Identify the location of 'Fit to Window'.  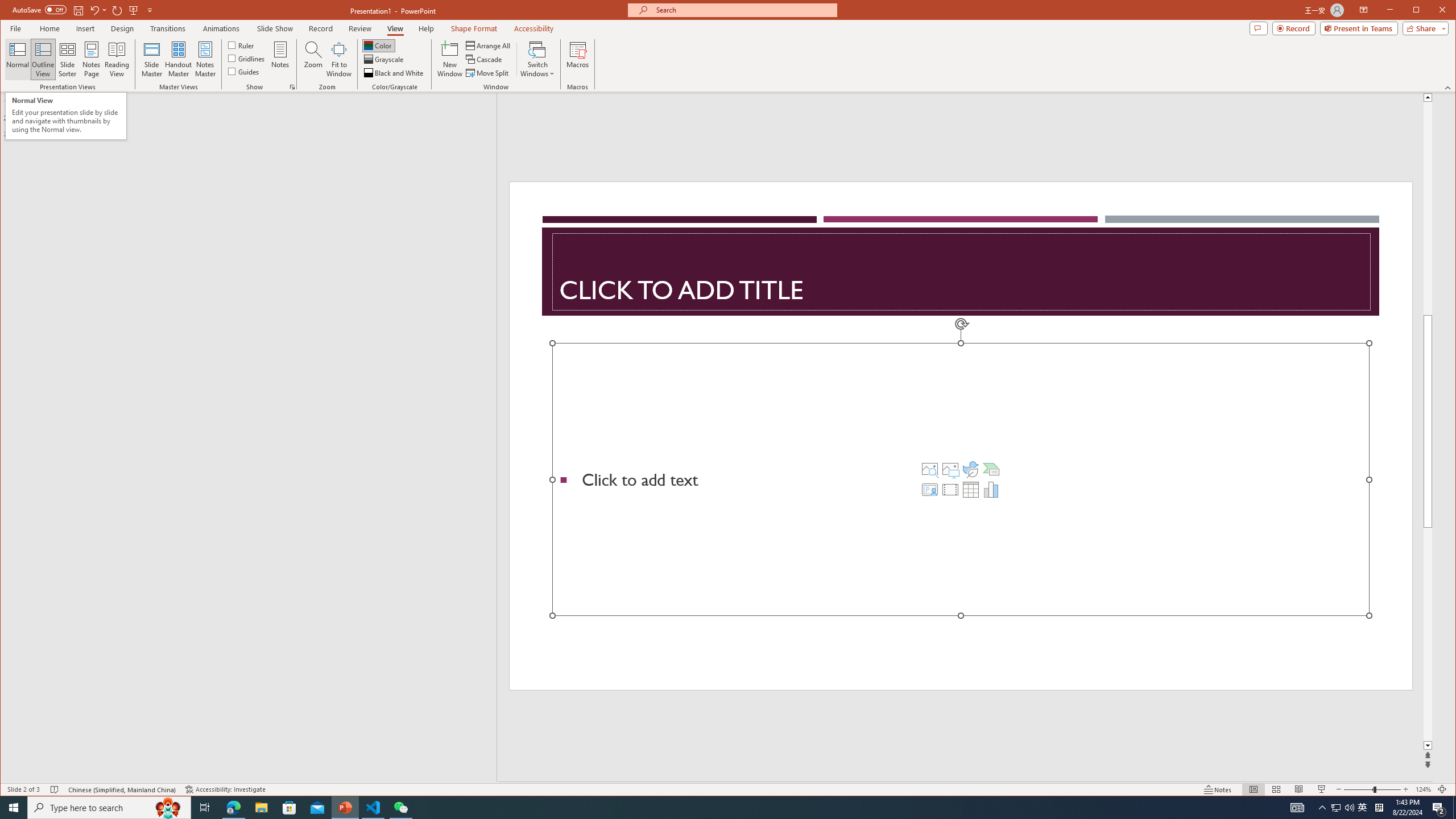
(338, 59).